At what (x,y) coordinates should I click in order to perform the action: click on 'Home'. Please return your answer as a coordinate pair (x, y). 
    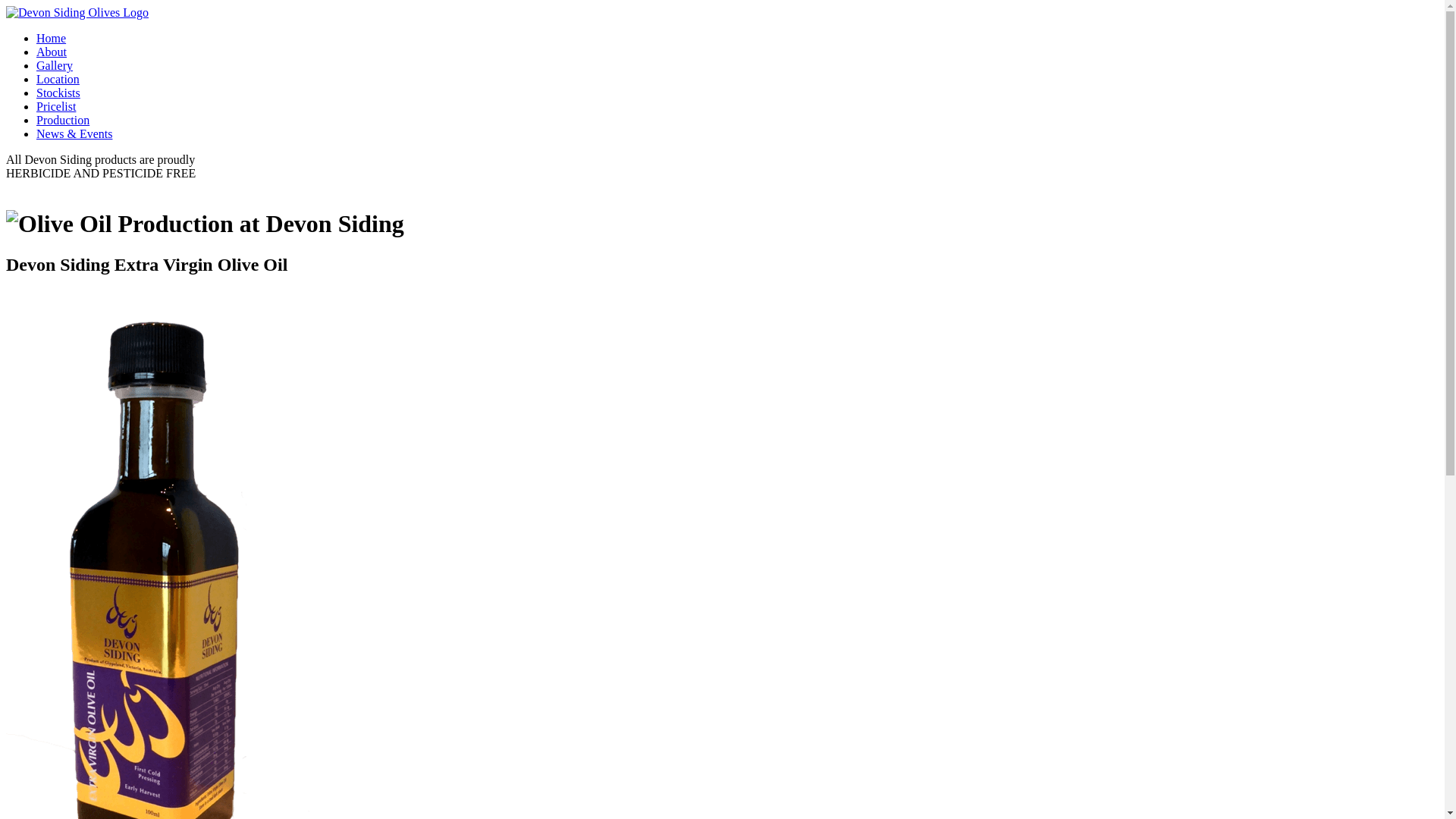
    Looking at the image, I should click on (51, 37).